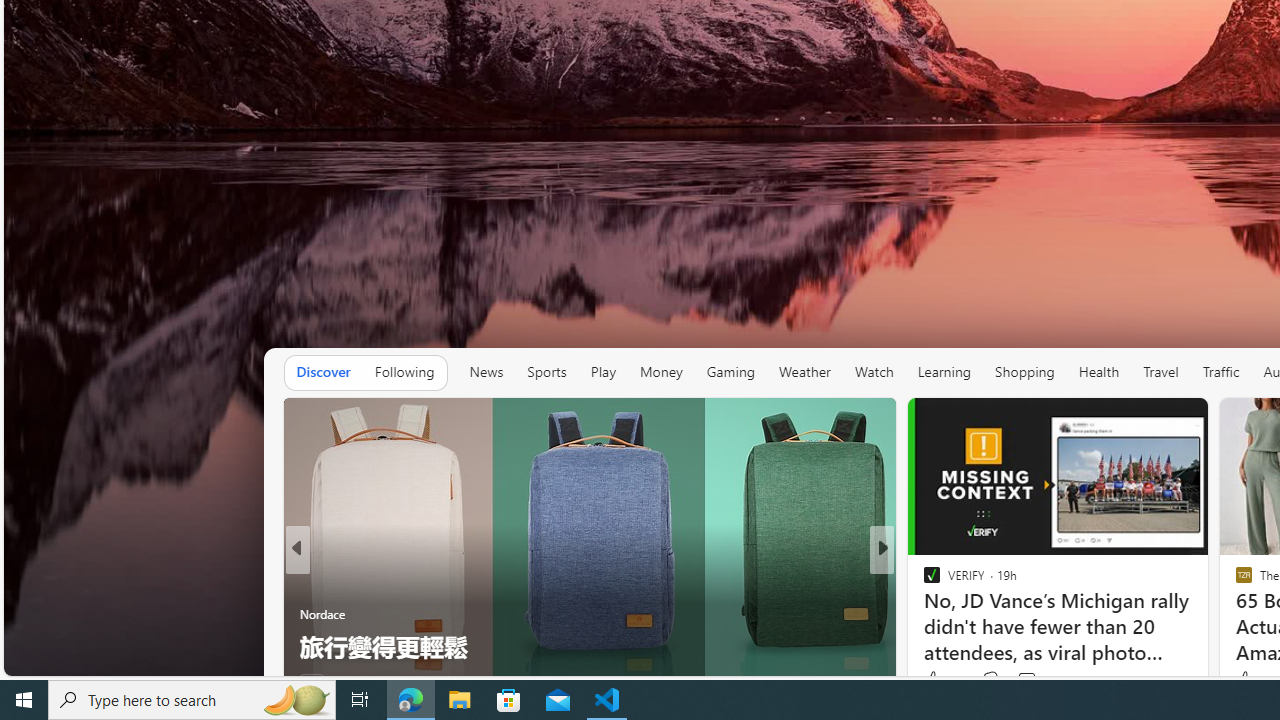  What do you see at coordinates (1097, 372) in the screenshot?
I see `'Health'` at bounding box center [1097, 372].